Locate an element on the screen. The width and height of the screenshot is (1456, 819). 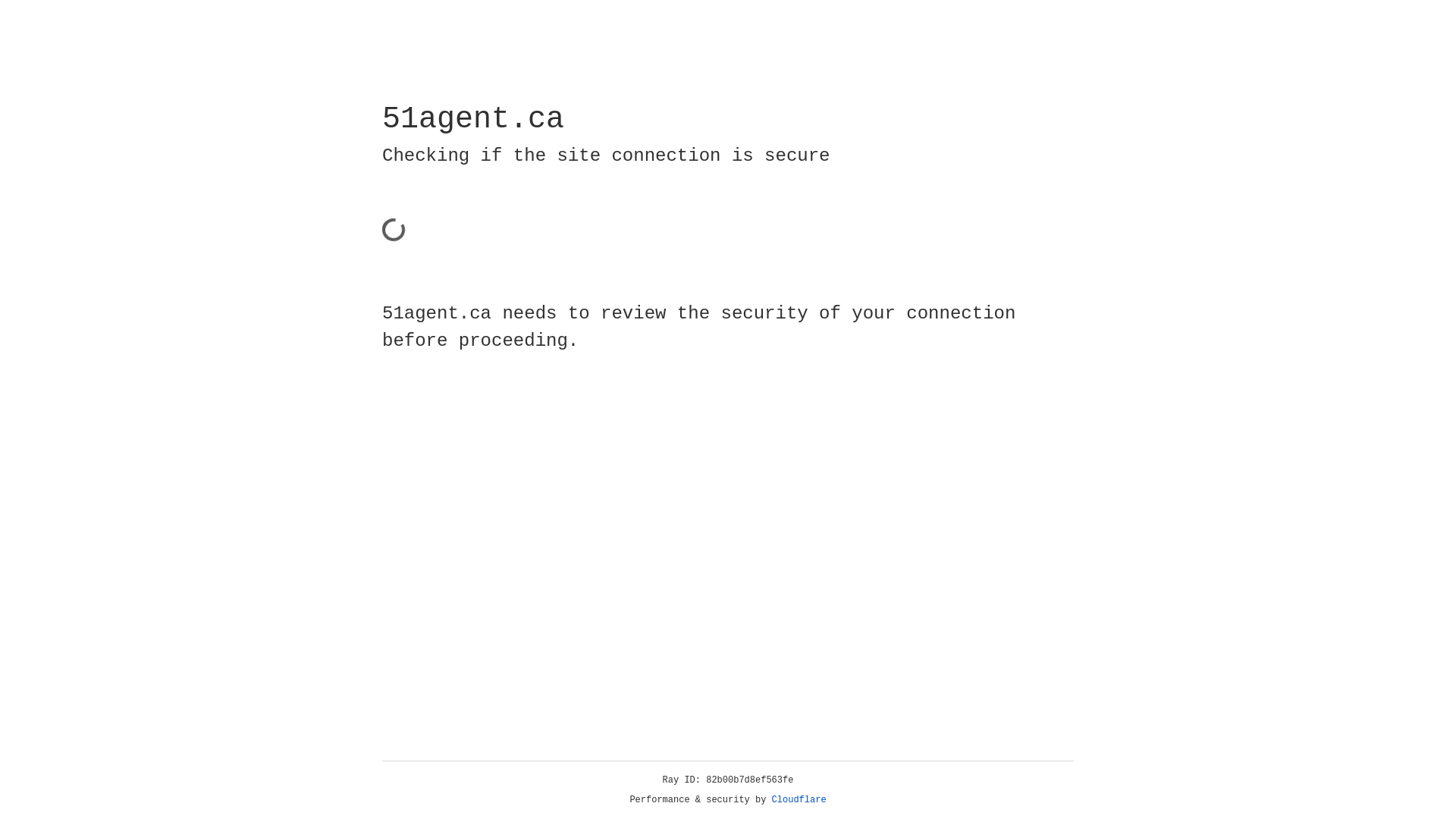
'Cloudflare' is located at coordinates (771, 799).